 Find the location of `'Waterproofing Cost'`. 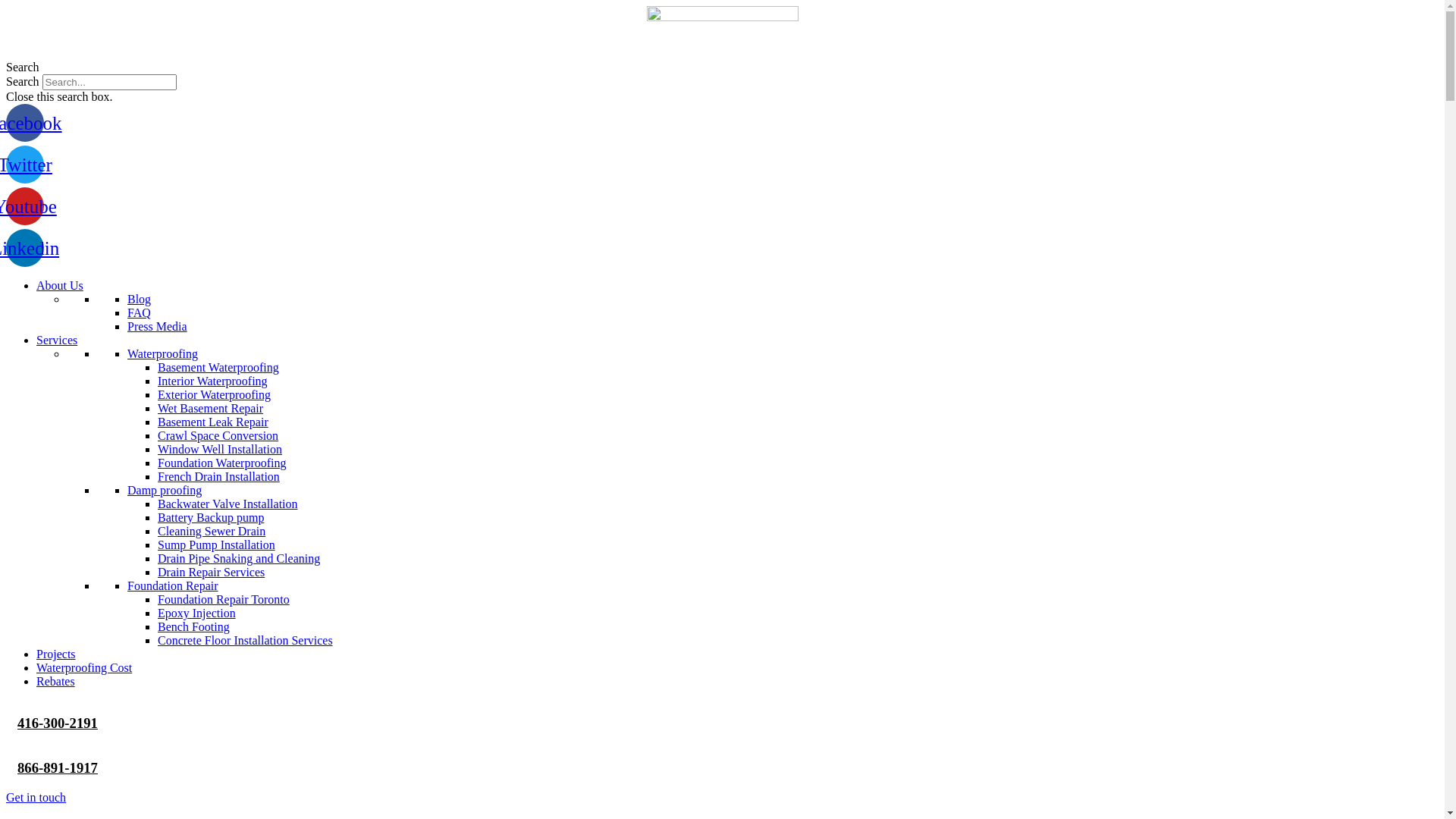

'Waterproofing Cost' is located at coordinates (83, 667).